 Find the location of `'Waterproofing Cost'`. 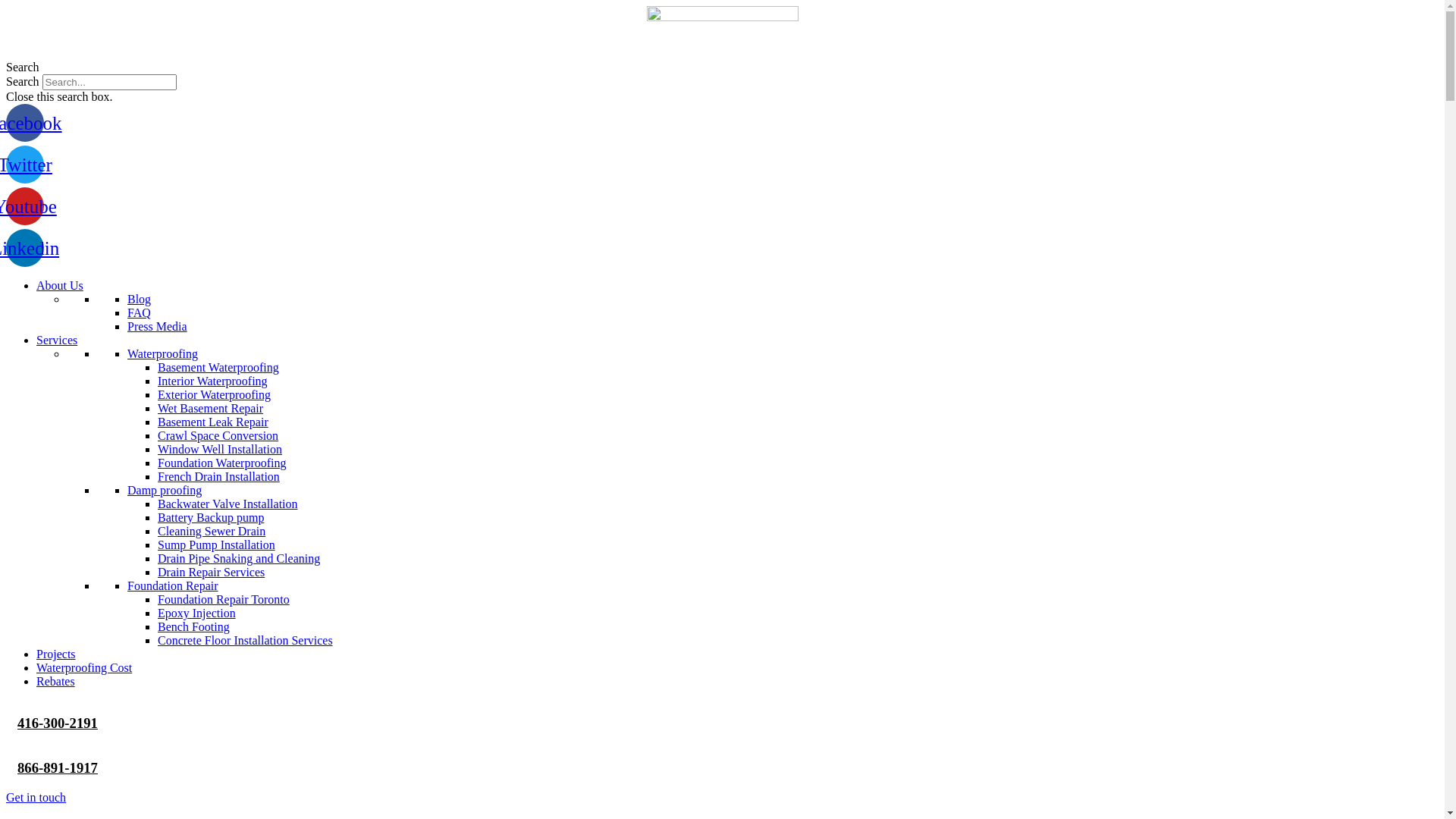

'Waterproofing Cost' is located at coordinates (83, 667).